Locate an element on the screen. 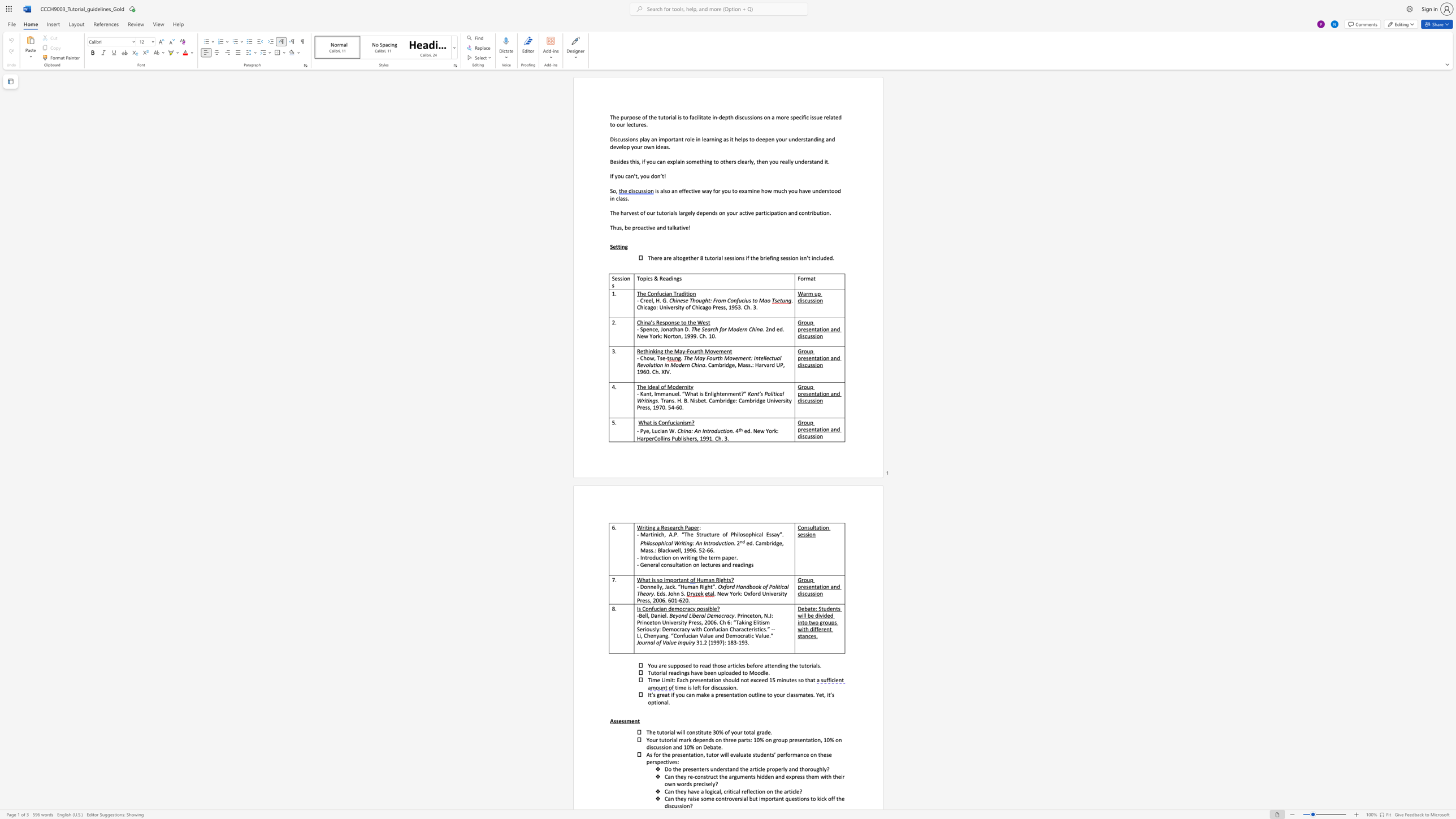  the subset text "ress, 1970. 54-" within the text ". Trans. H. B. Nisbet. Cambridge: Cambridge University Press, 1970. 54-60." is located at coordinates (640, 407).